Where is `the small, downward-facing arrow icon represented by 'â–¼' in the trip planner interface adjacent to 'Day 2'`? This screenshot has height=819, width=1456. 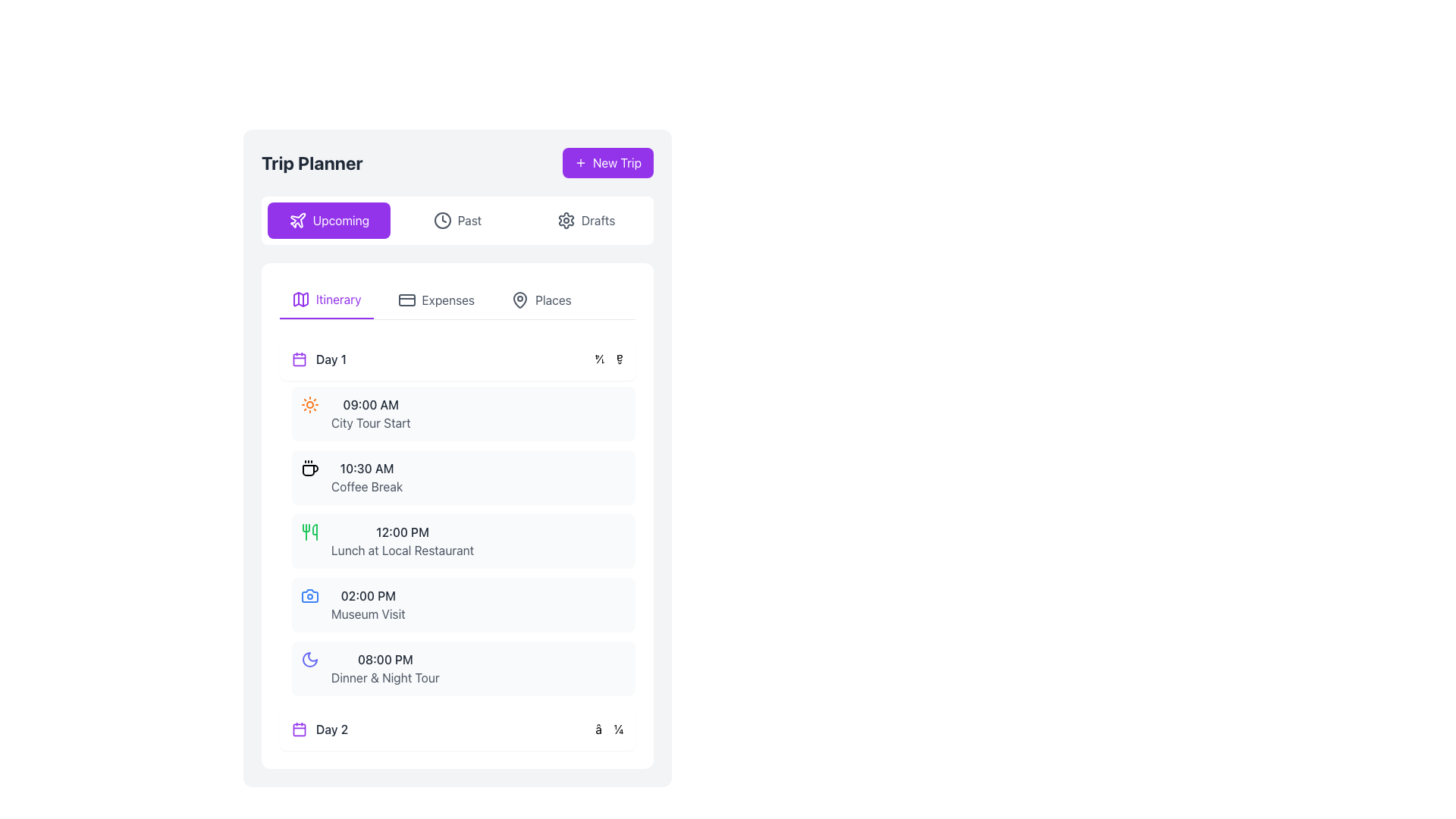
the small, downward-facing arrow icon represented by 'â–¼' in the trip planner interface adjacent to 'Day 2' is located at coordinates (609, 728).